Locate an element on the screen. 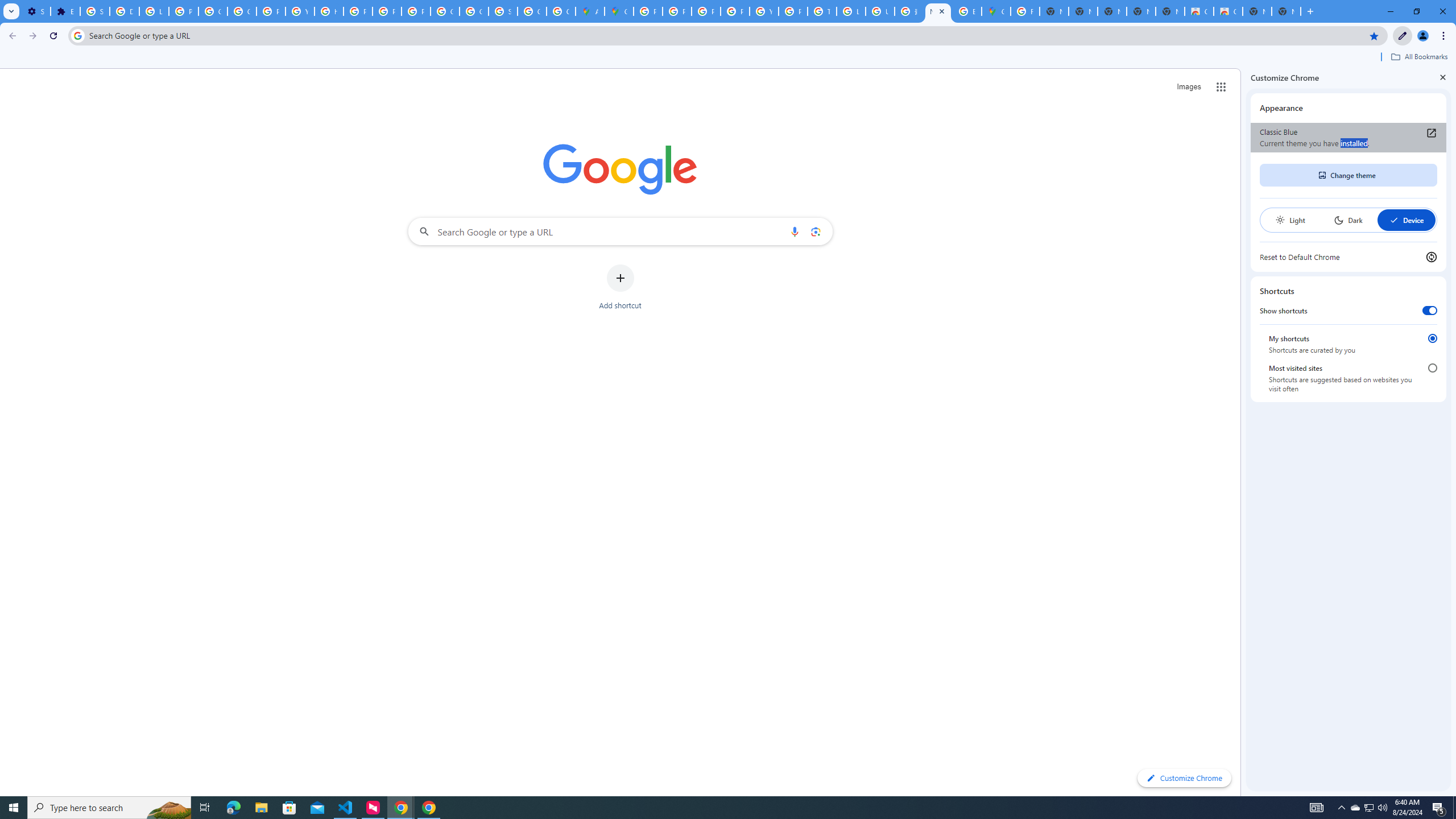 This screenshot has width=1456, height=819. 'Device' is located at coordinates (1405, 220).